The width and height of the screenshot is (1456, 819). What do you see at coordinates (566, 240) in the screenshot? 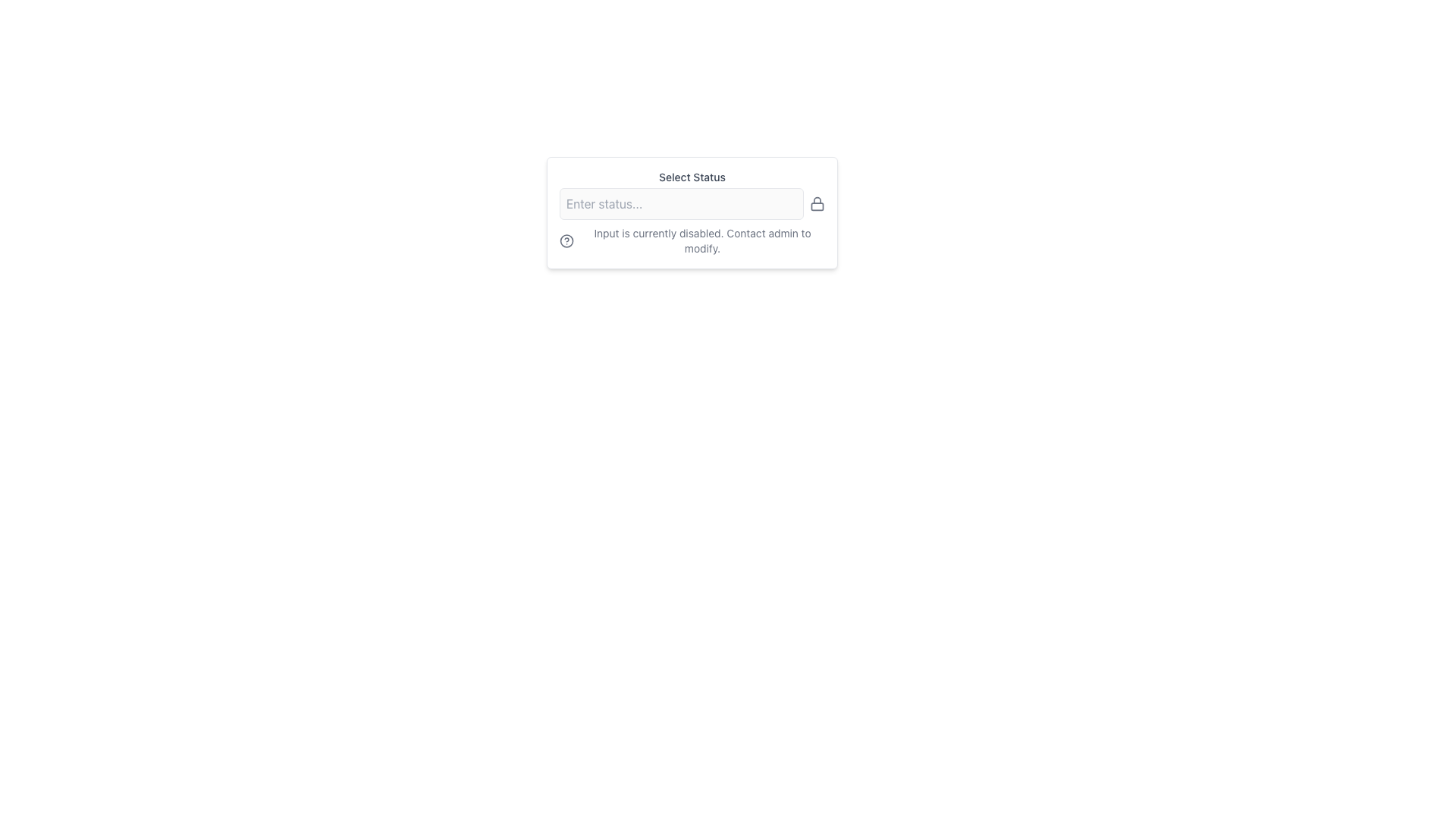
I see `the Help Icon located on the left side of the text 'Input is currently disabled. Contact admin to modify.'` at bounding box center [566, 240].